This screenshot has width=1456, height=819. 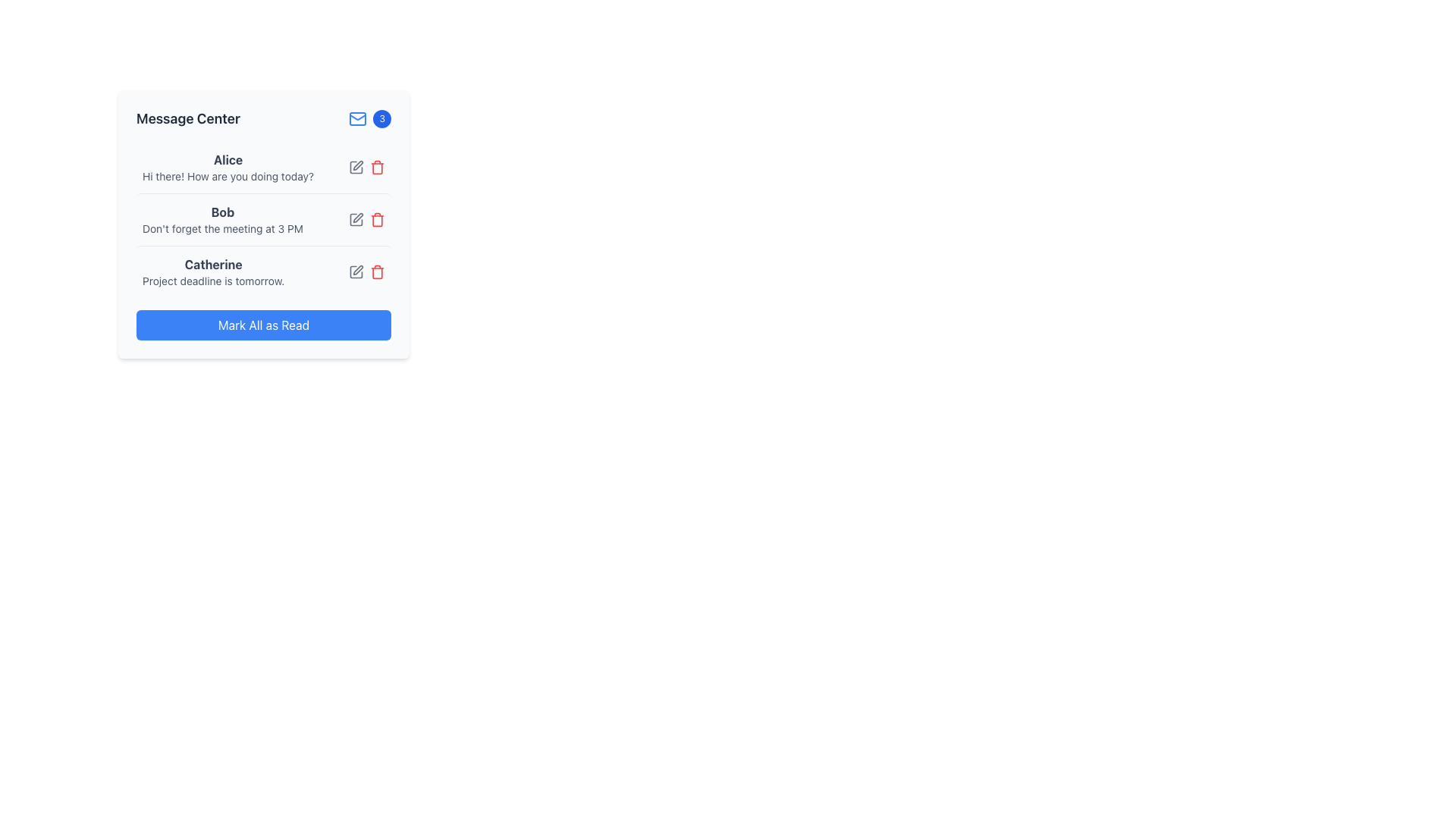 What do you see at coordinates (227, 175) in the screenshot?
I see `the message preview text that displays content sent by 'Alice', located below the 'Alice' label in the message center module` at bounding box center [227, 175].